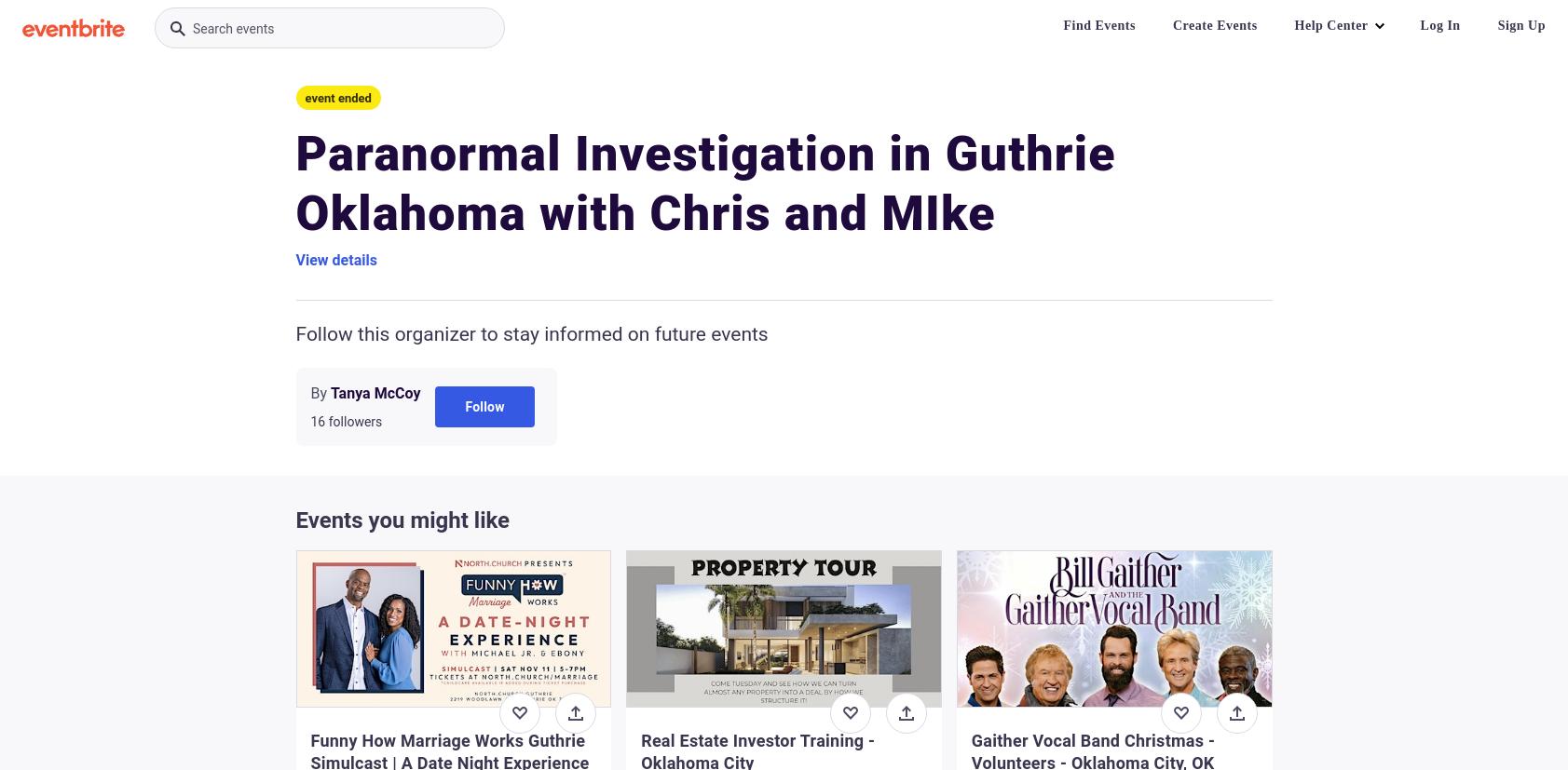 The height and width of the screenshot is (770, 1568). Describe the element at coordinates (318, 392) in the screenshot. I see `'By'` at that location.